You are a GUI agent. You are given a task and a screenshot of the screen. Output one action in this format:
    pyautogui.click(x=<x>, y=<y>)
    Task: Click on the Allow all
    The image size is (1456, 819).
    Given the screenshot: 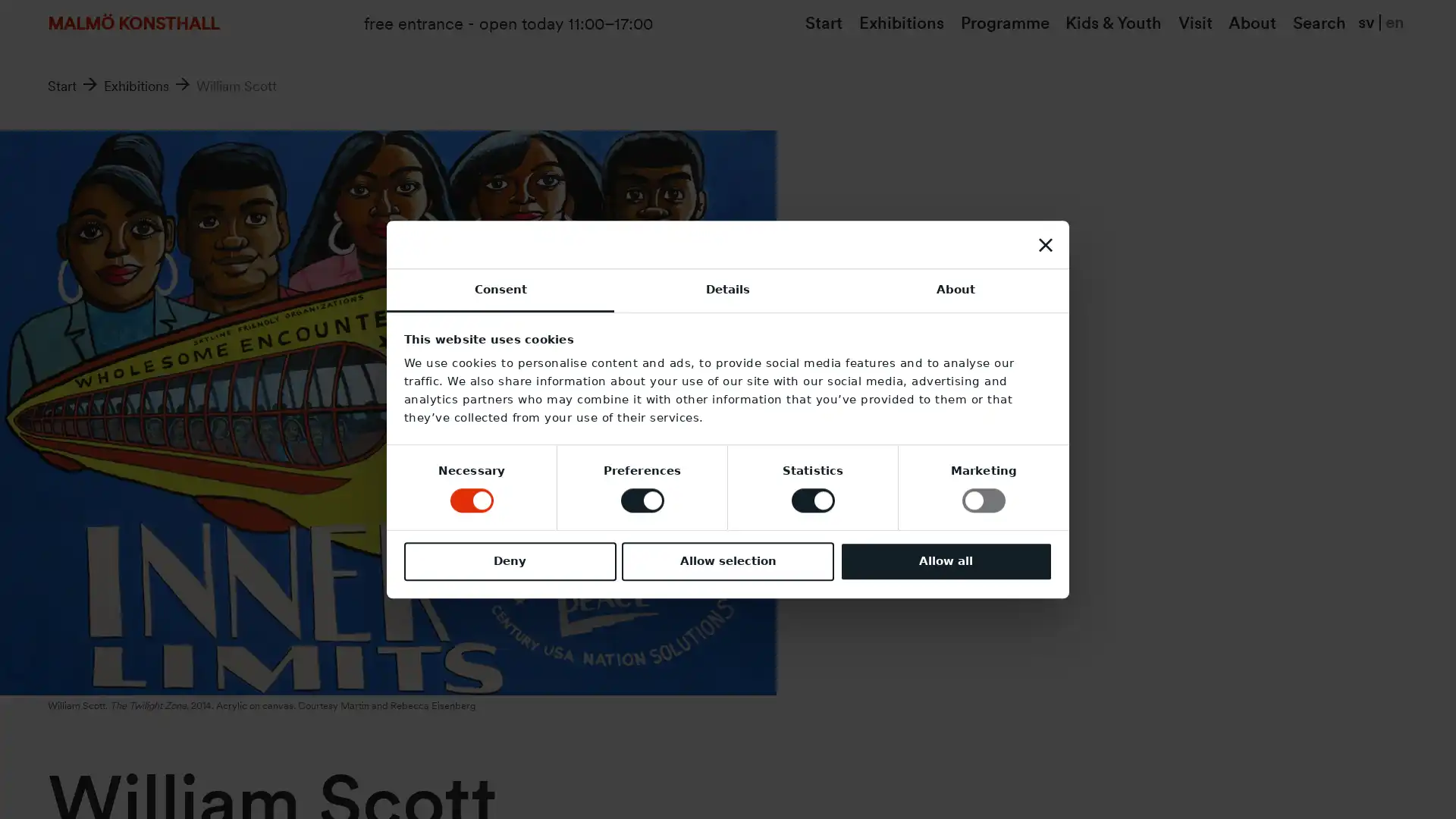 What is the action you would take?
    pyautogui.click(x=945, y=561)
    